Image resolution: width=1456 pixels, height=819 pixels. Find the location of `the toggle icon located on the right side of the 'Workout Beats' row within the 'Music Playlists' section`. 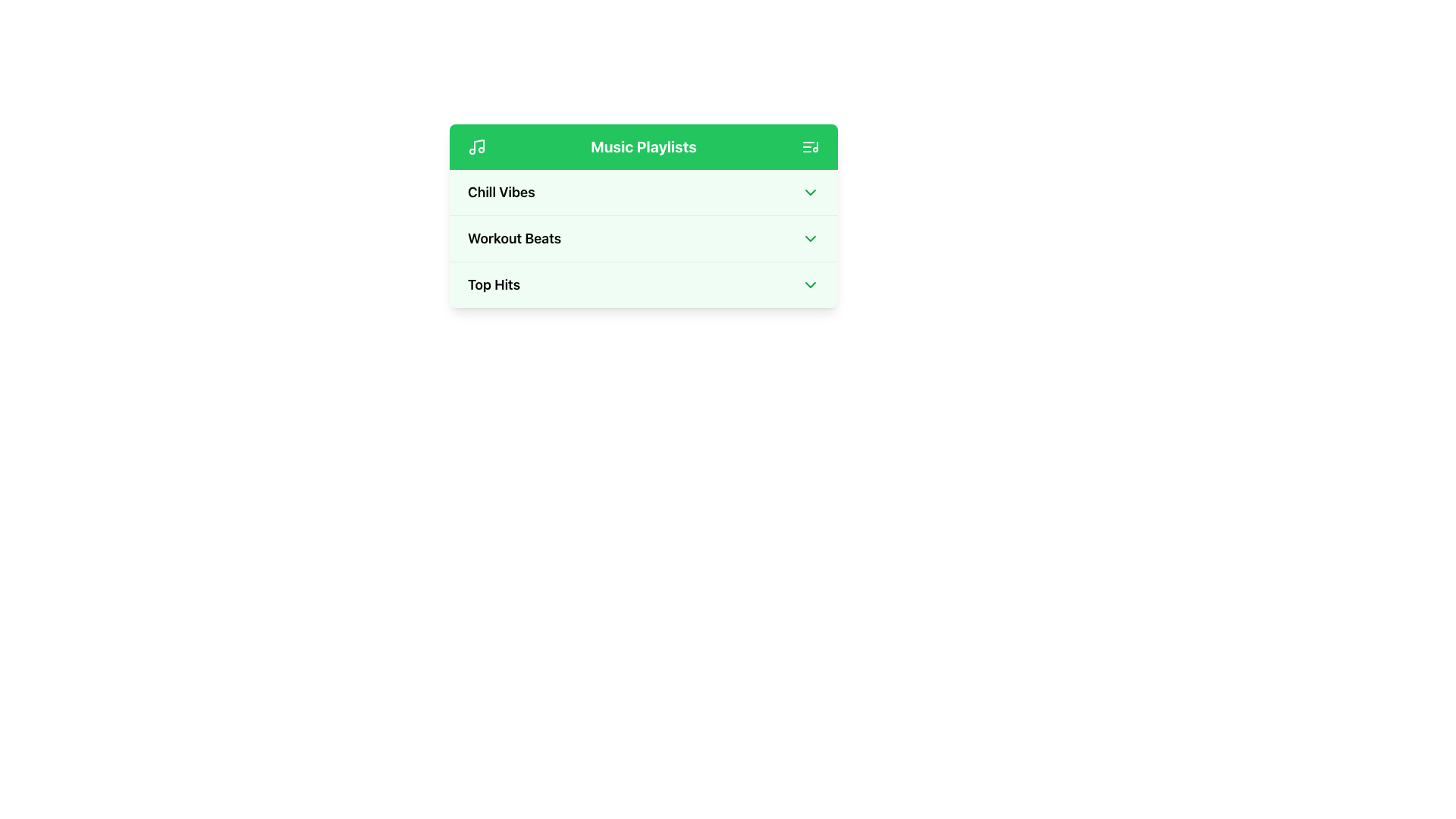

the toggle icon located on the right side of the 'Workout Beats' row within the 'Music Playlists' section is located at coordinates (810, 239).